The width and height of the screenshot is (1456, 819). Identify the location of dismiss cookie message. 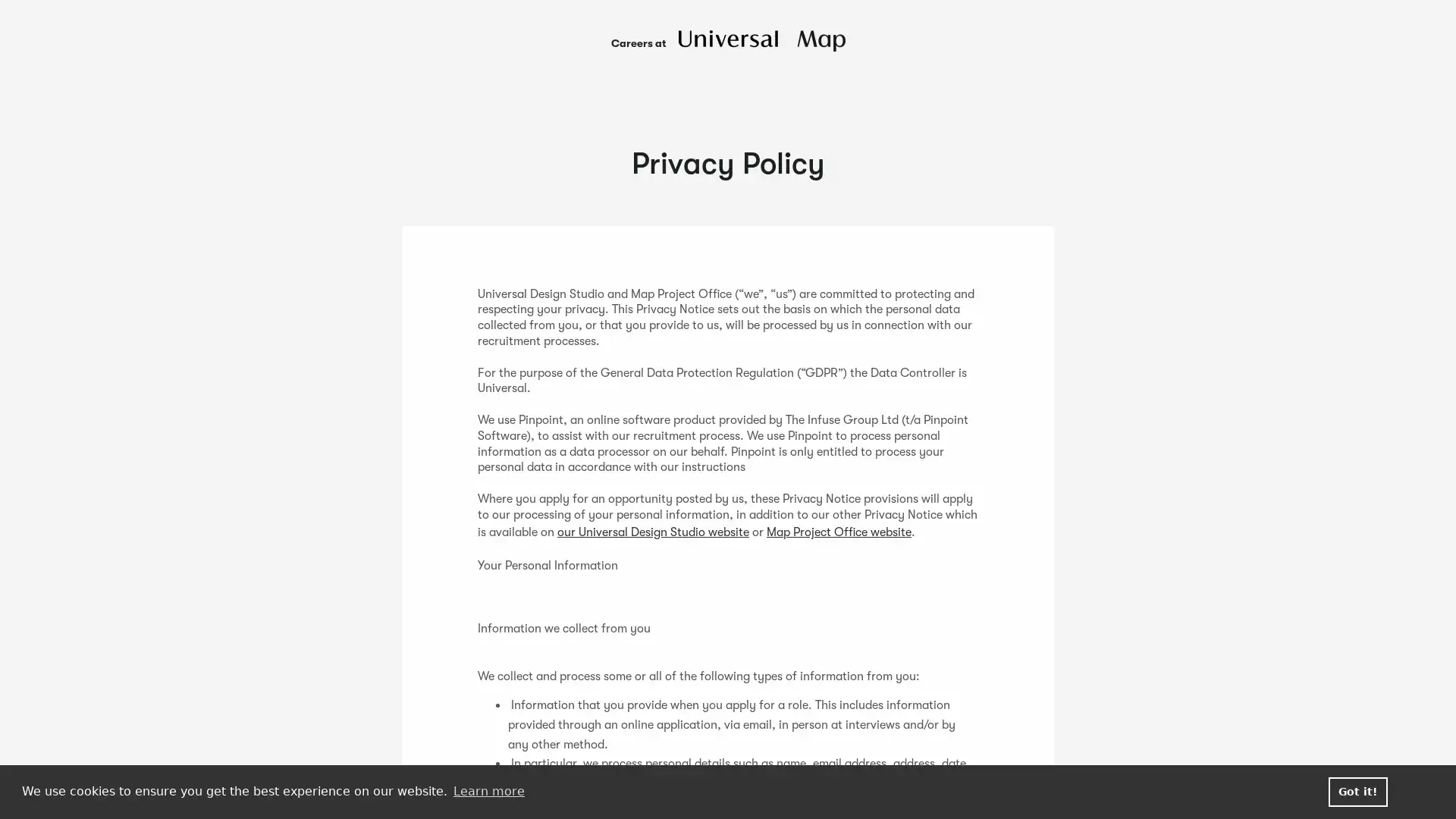
(1357, 791).